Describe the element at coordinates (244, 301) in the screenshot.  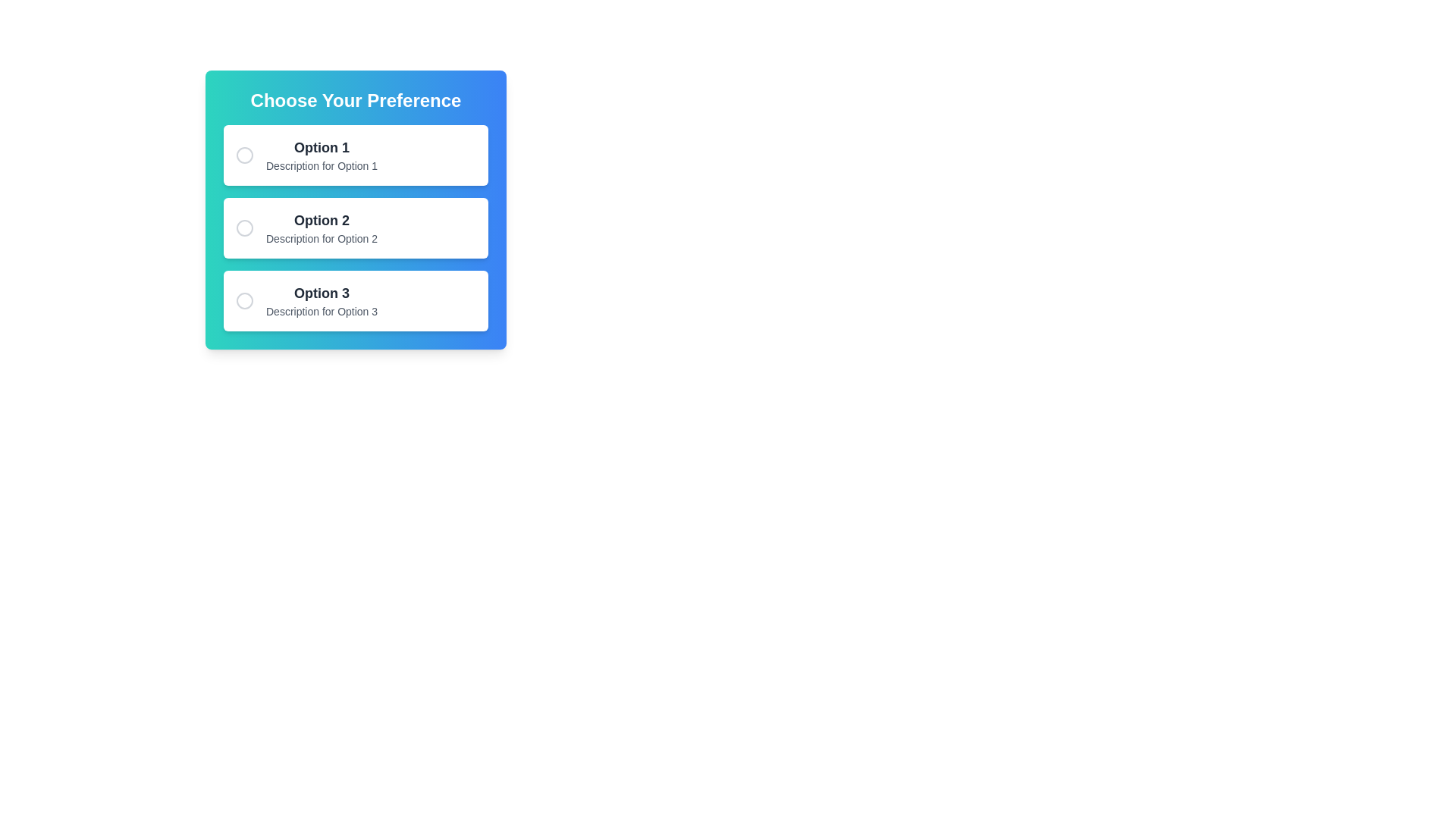
I see `the third radio button in the vertical list that has a light gray border and a transparent center, which is associated with 'Option 3'` at that location.